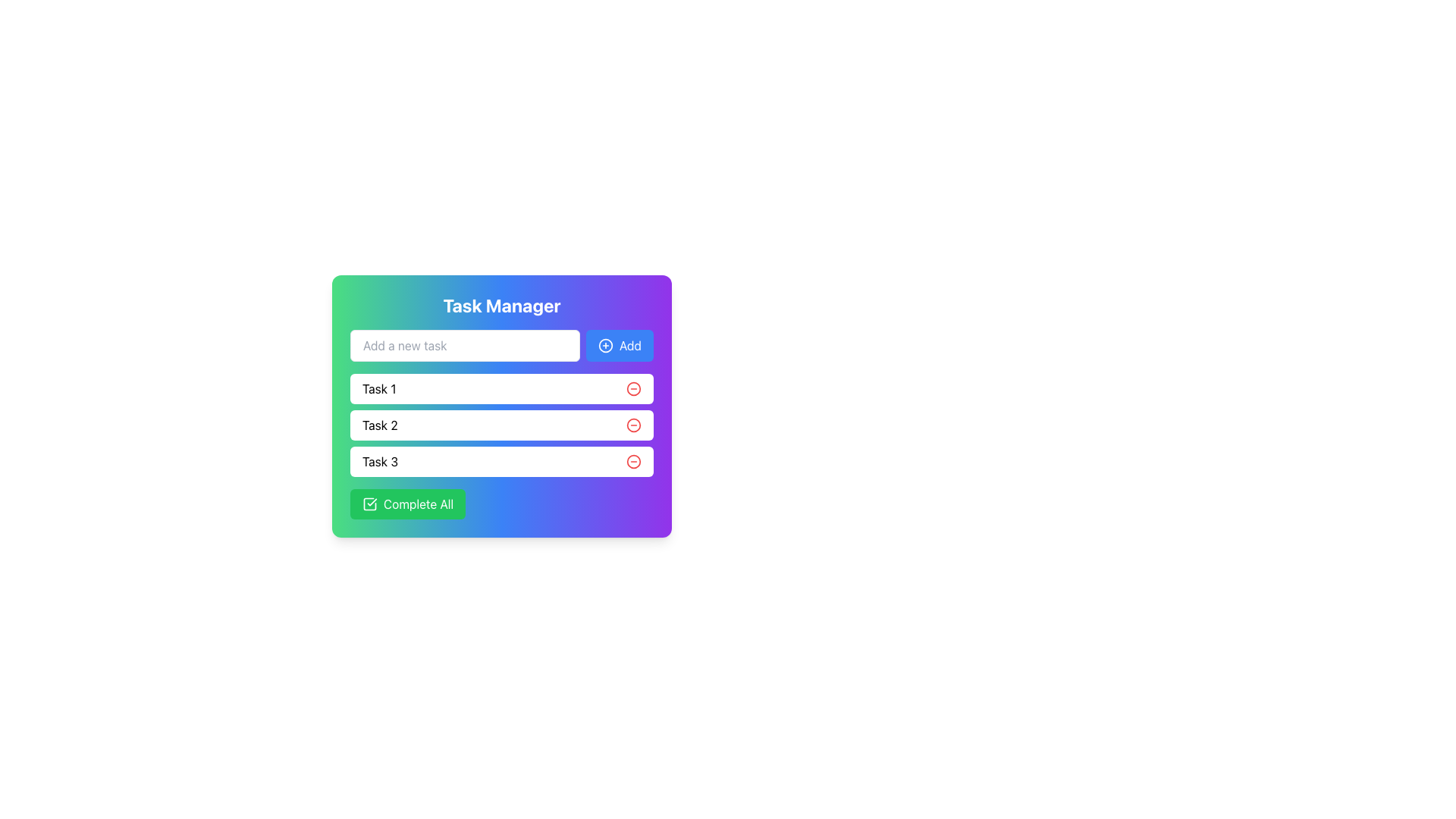 The height and width of the screenshot is (819, 1456). Describe the element at coordinates (633, 425) in the screenshot. I see `the circular red button with a minus symbol located at the right end of the task entry labeled 'Task 2'` at that location.